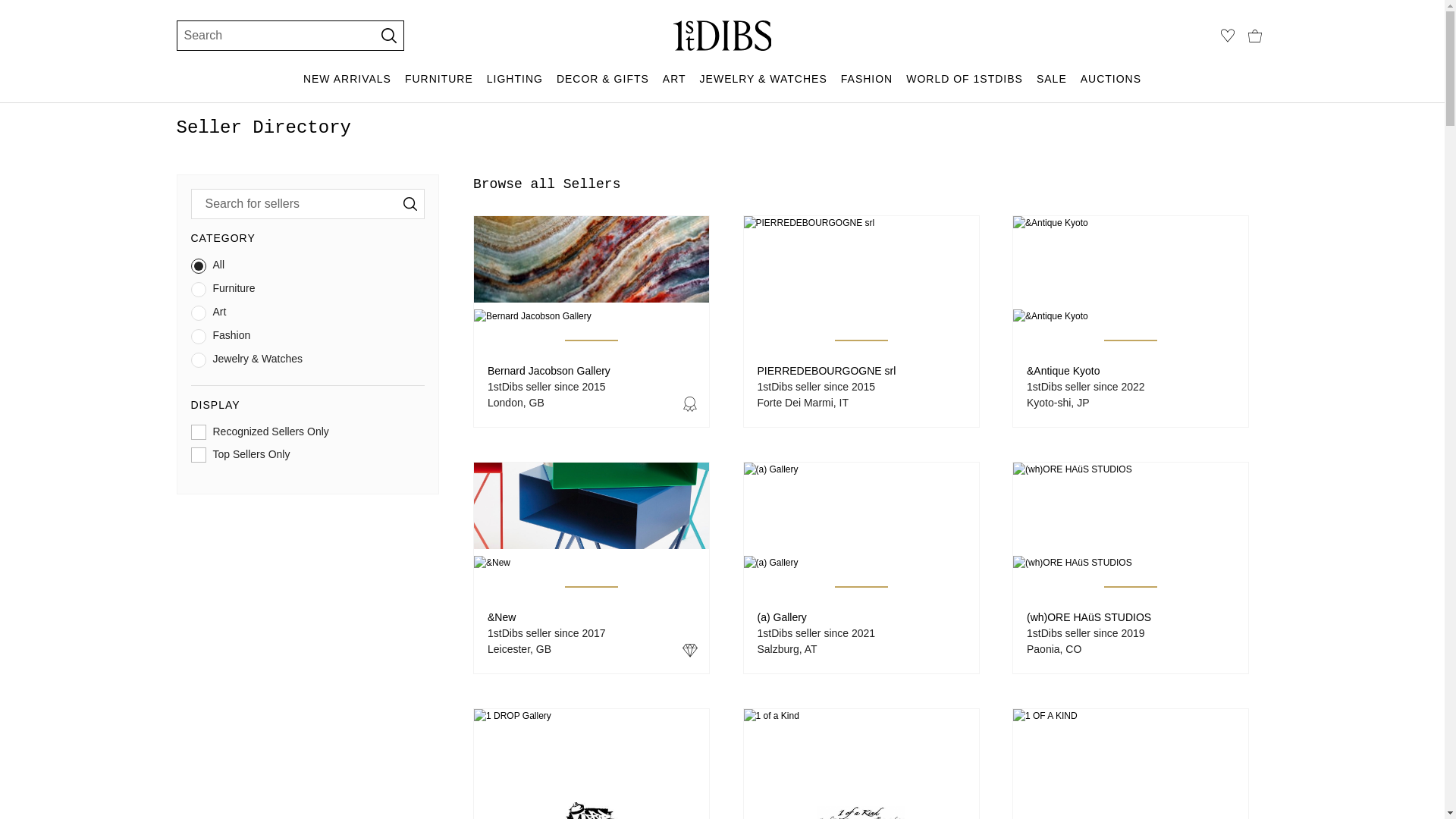 This screenshot has width=1456, height=819. What do you see at coordinates (268, 34) in the screenshot?
I see `'Search'` at bounding box center [268, 34].